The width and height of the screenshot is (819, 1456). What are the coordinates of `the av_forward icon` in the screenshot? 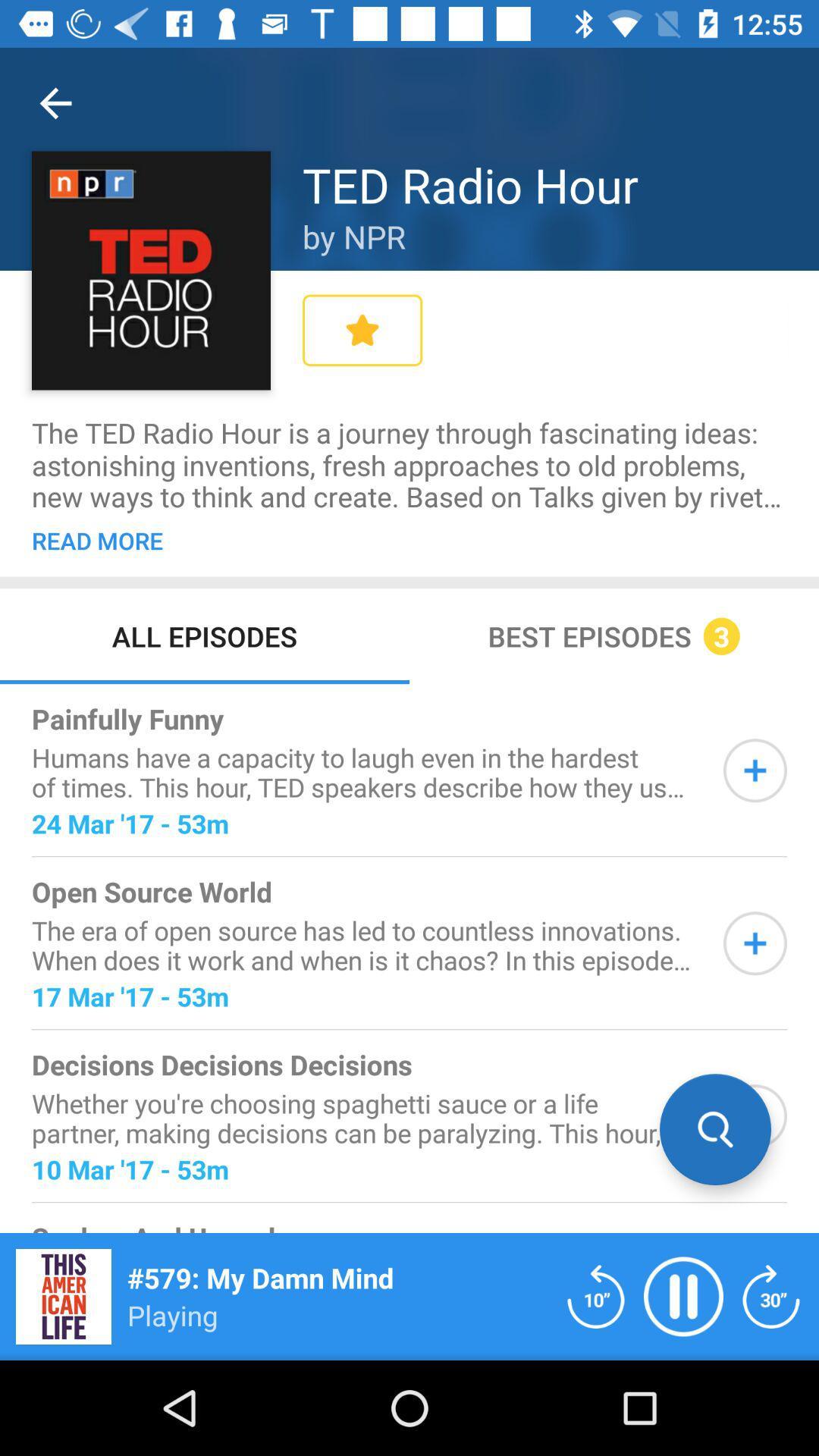 It's located at (771, 1295).